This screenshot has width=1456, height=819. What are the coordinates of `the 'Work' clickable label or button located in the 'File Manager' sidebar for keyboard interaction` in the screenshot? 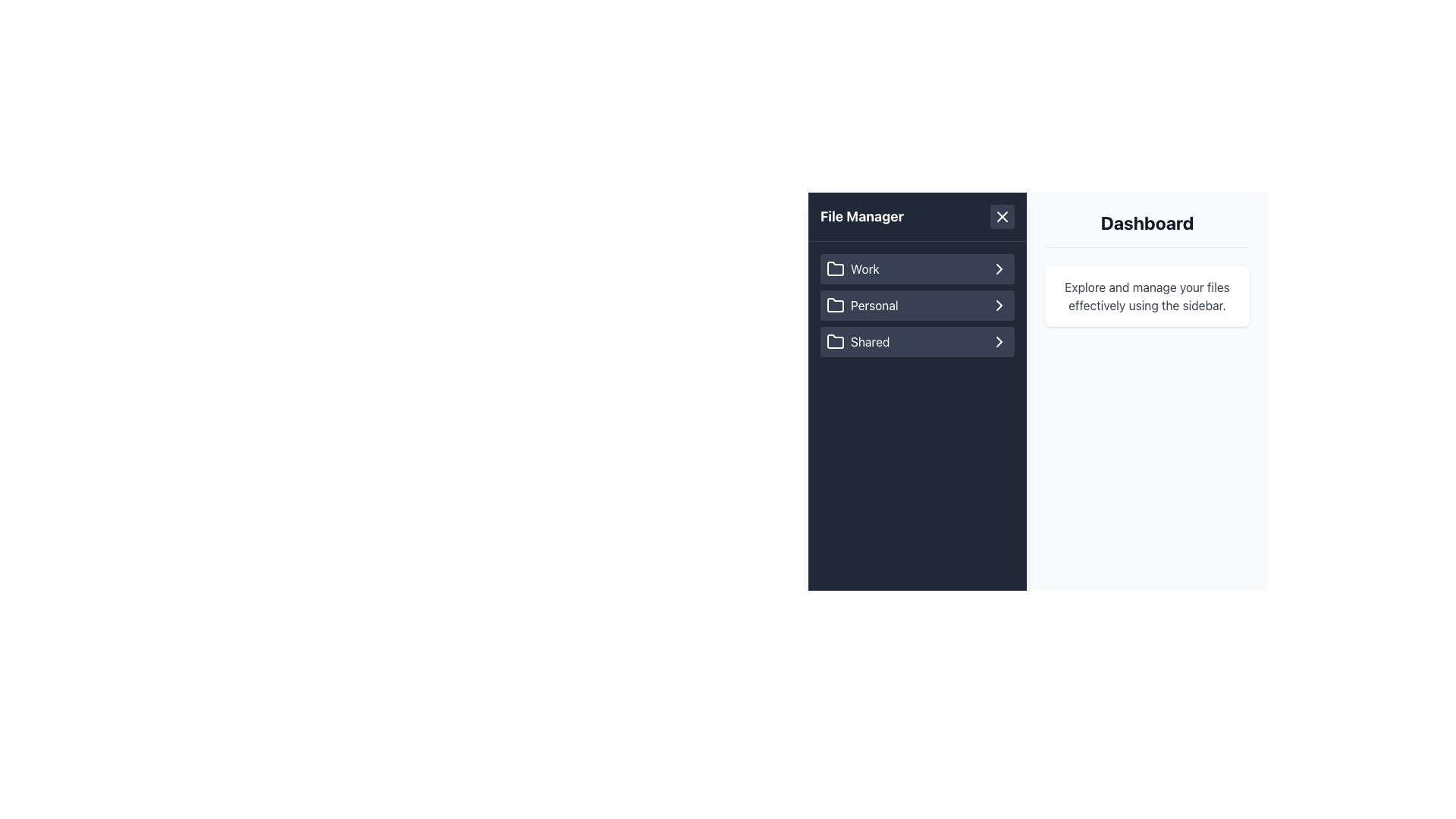 It's located at (916, 268).